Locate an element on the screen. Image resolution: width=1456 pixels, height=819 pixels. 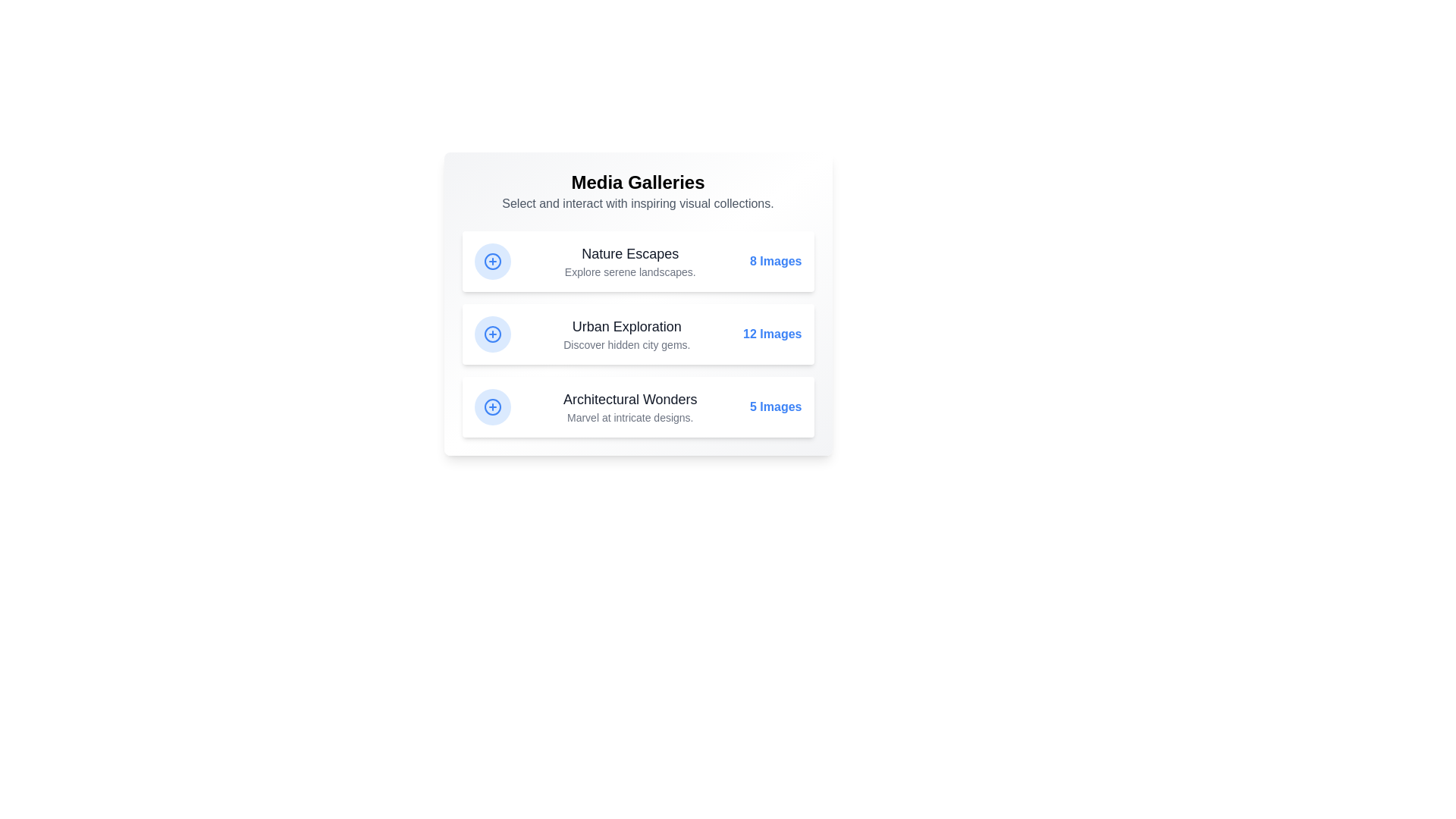
the gallery Urban Exploration is located at coordinates (638, 333).